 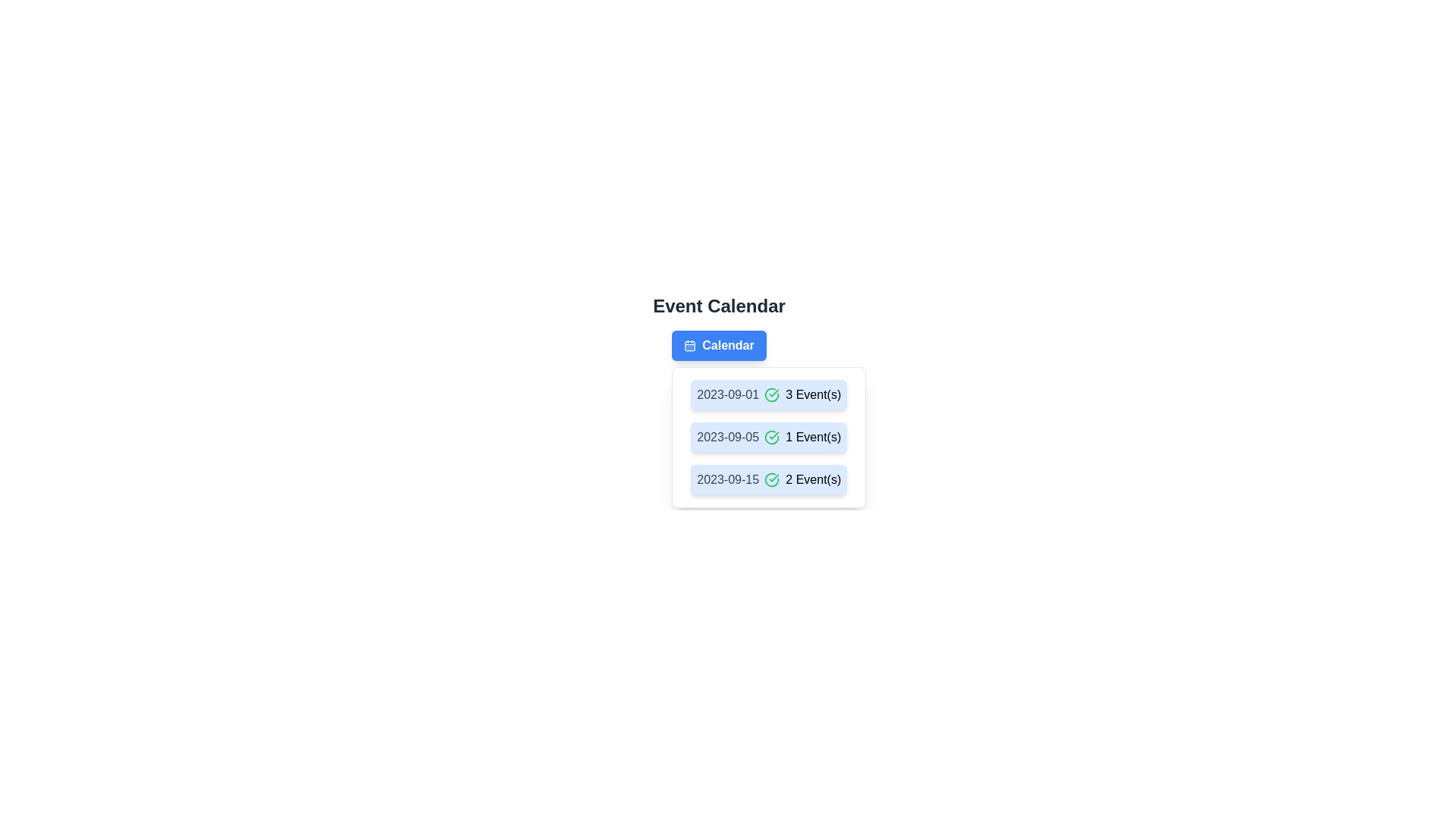 I want to click on the Text Label with Icon displaying '2 Event(s)' which is accompanied by a green circular icon with a check mark, so click(x=802, y=479).